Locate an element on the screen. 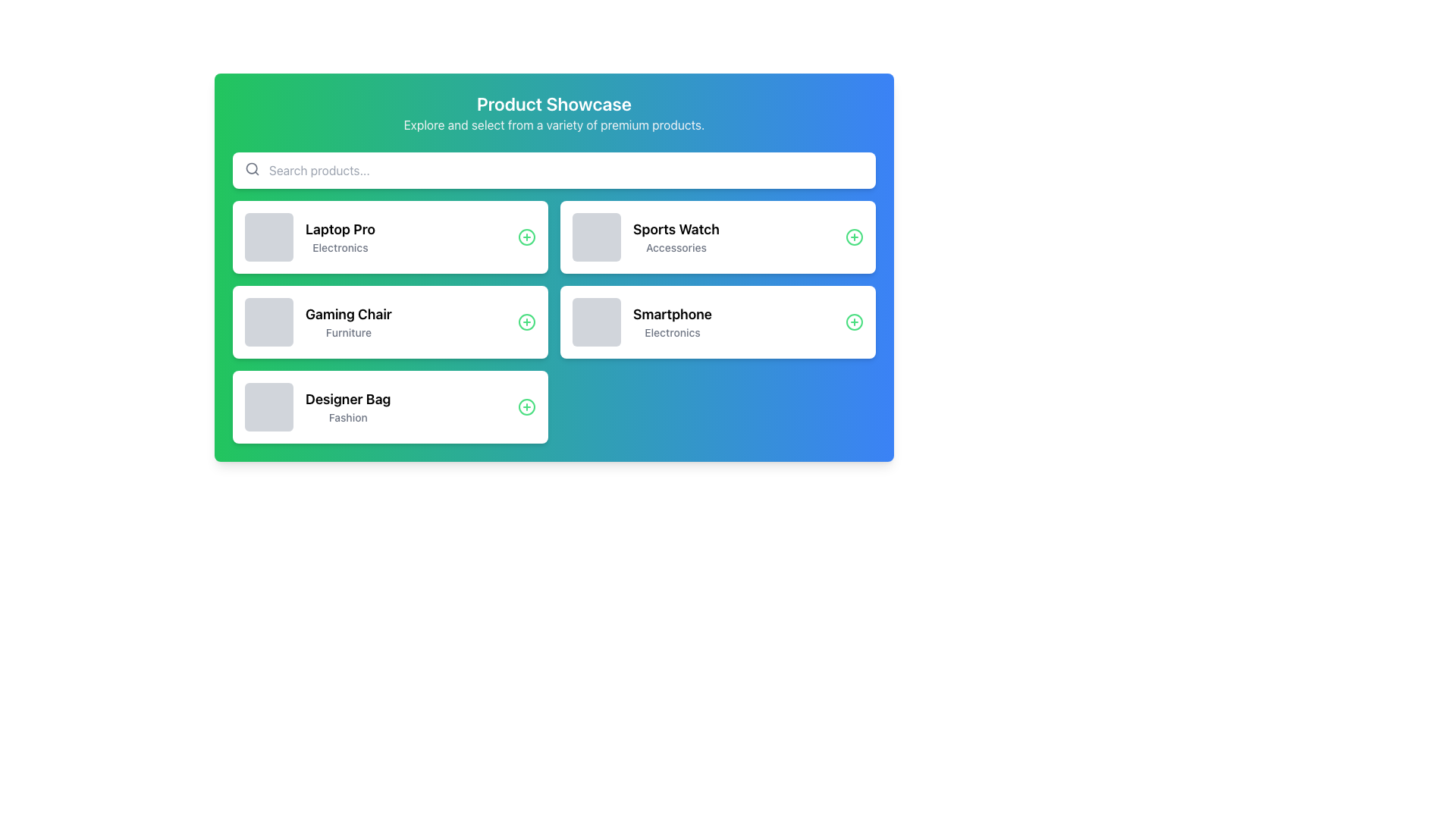 The image size is (1456, 819). the text block labeled 'Smartphone' under the 'Electronics' category is located at coordinates (672, 321).